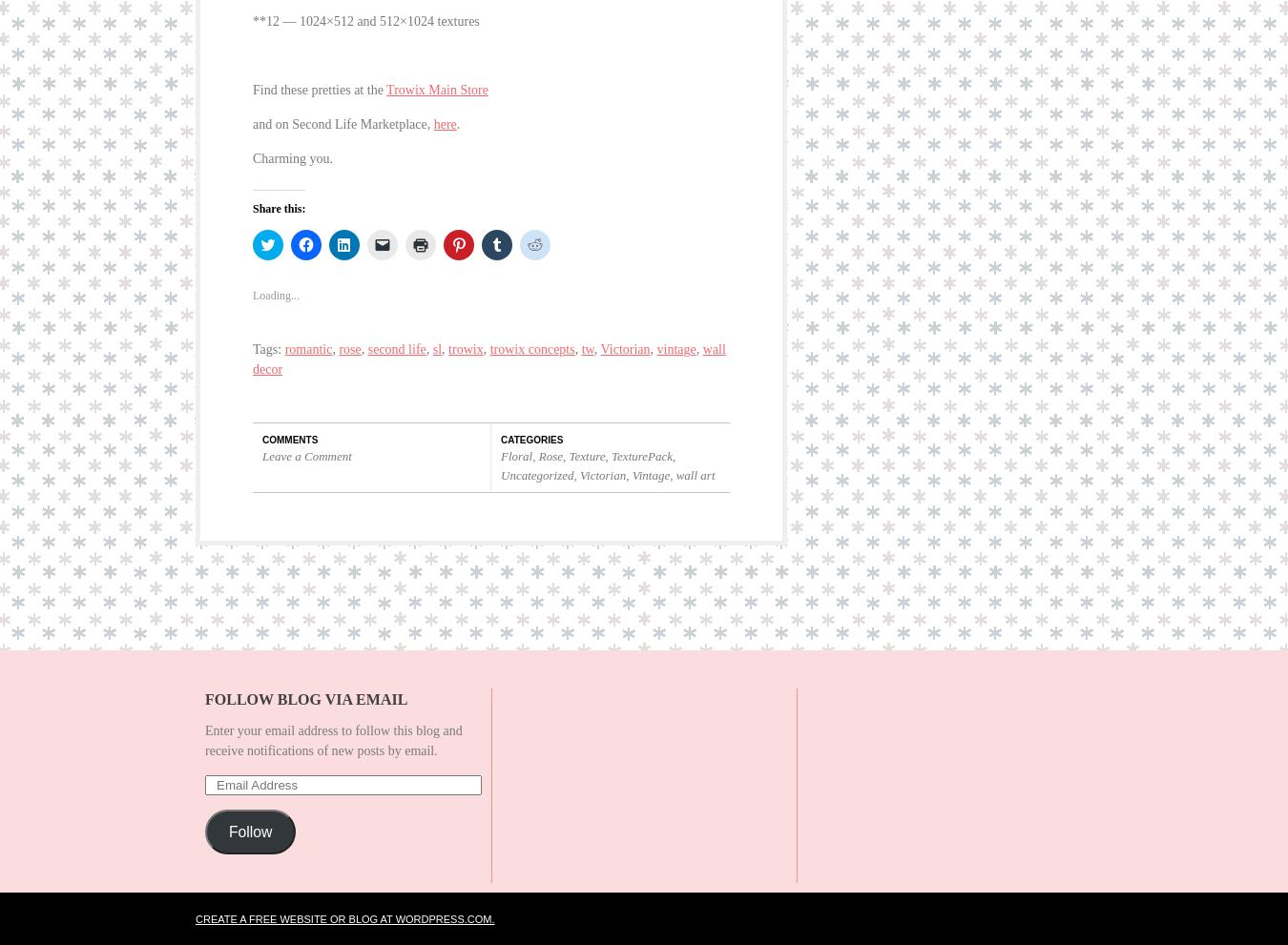 Image resolution: width=1288 pixels, height=945 pixels. Describe the element at coordinates (488, 330) in the screenshot. I see `'trowix concepts'` at that location.